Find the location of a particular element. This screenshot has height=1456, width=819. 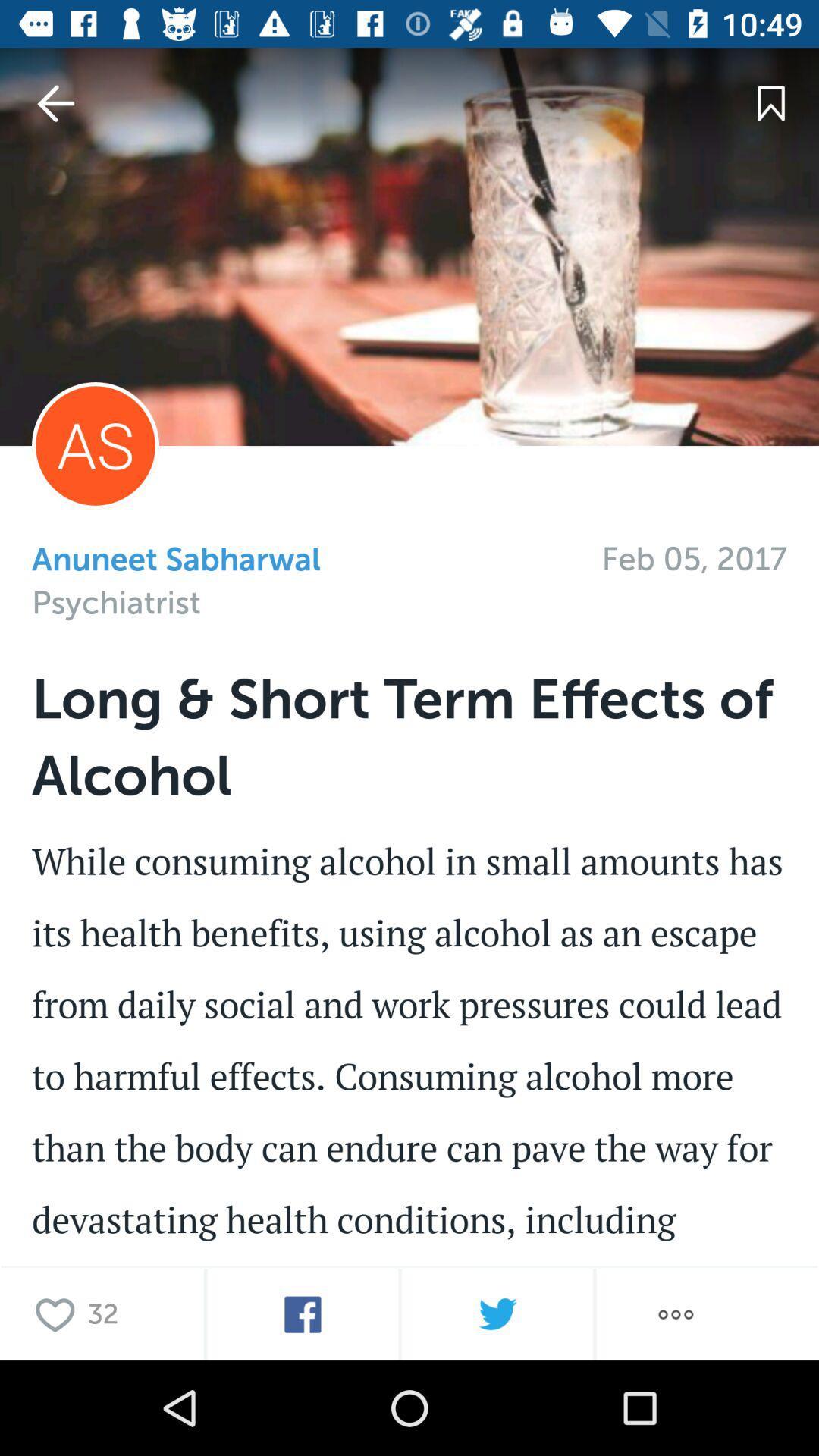

more options button is located at coordinates (675, 1313).